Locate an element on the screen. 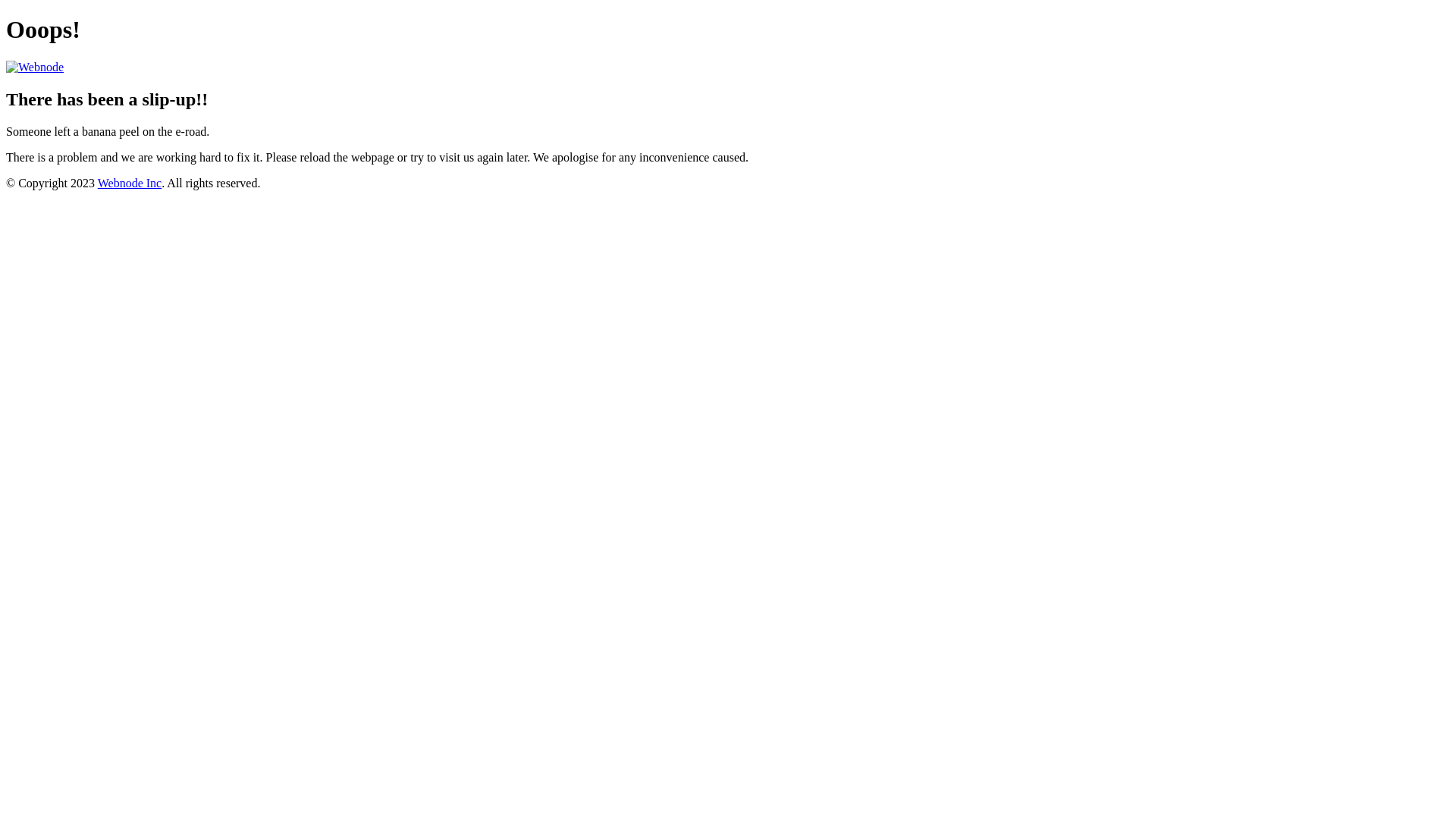  'Webnode Inc' is located at coordinates (130, 182).